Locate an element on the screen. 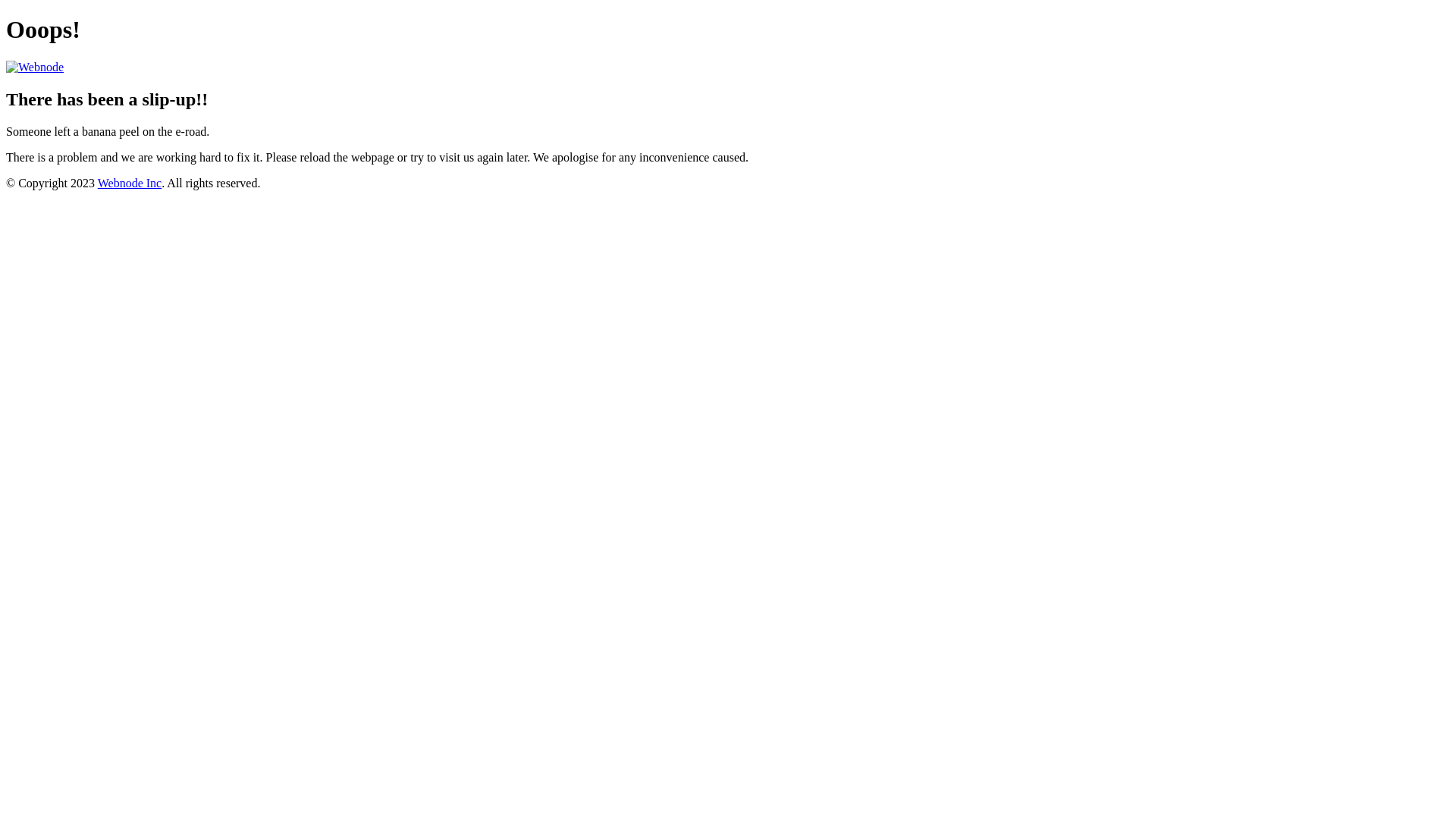  'Webnode Inc' is located at coordinates (130, 182).